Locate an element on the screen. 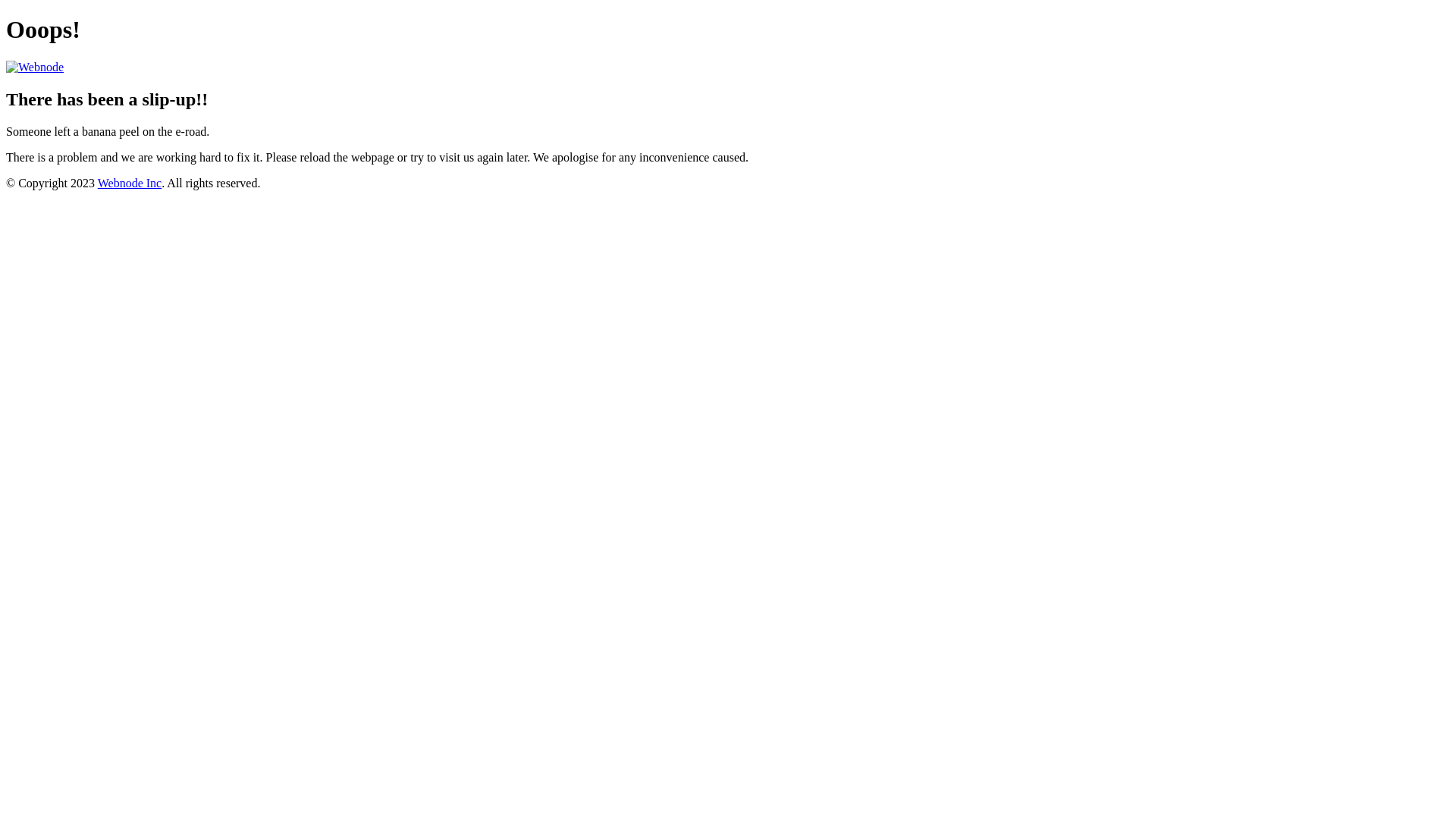  'Webnode Inc' is located at coordinates (130, 182).